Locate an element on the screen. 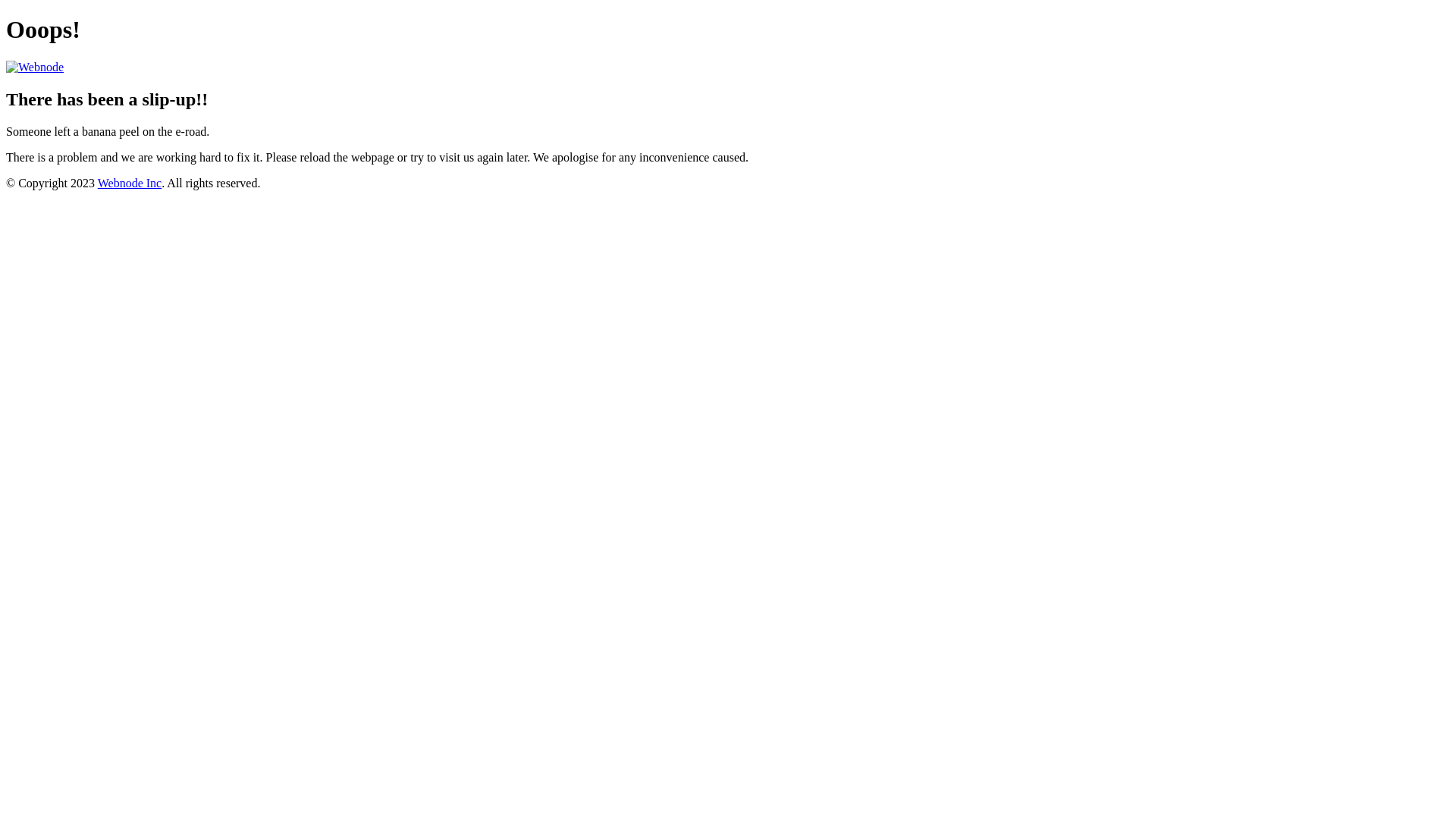  'Webnode Inc' is located at coordinates (130, 182).